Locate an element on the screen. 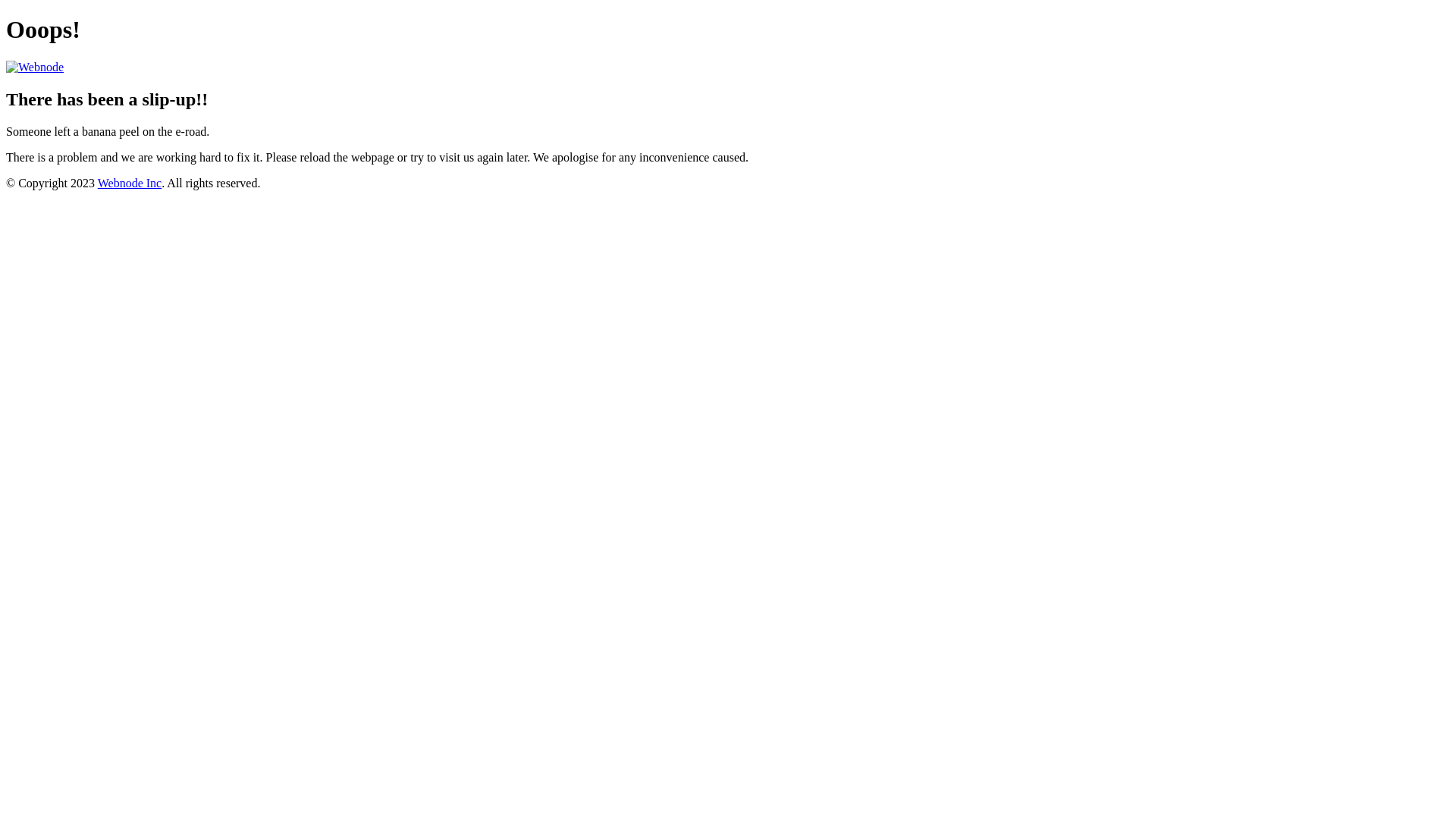  'Webnode Inc' is located at coordinates (130, 182).